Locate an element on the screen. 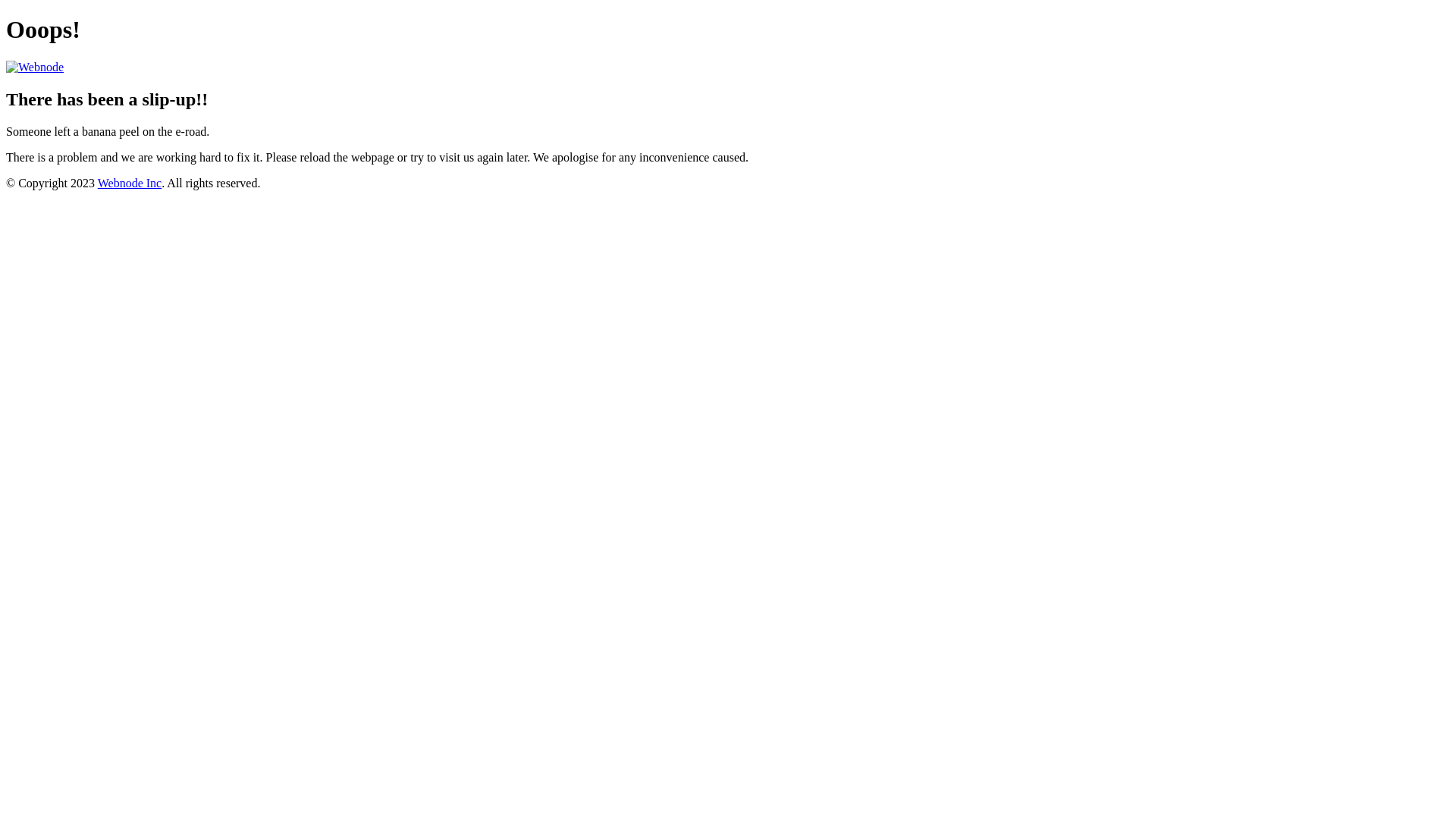  'Webnode Inc' is located at coordinates (130, 182).